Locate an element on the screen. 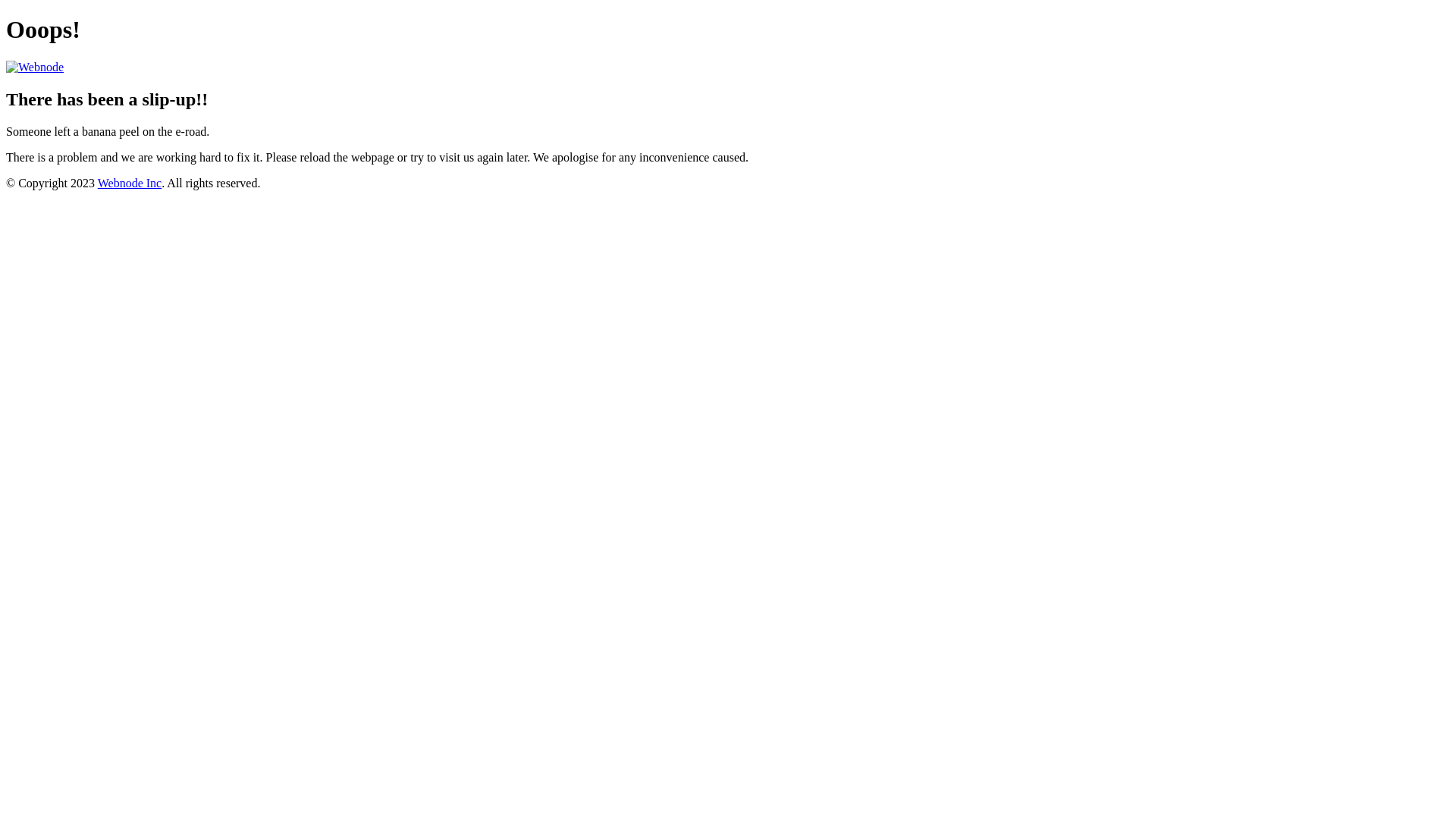  'Webnode Inc' is located at coordinates (130, 182).